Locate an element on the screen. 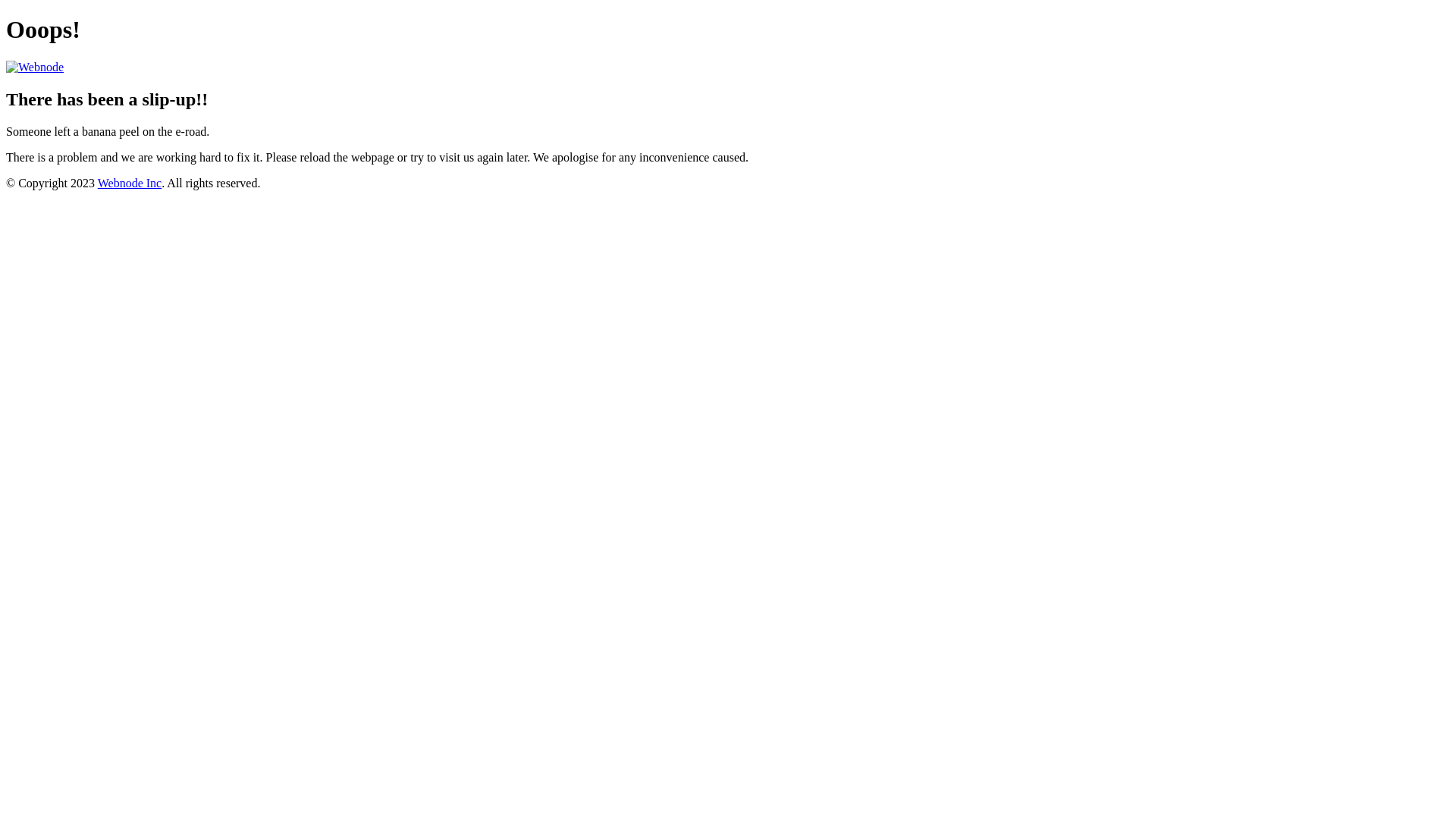  'Webnode Inc' is located at coordinates (130, 182).